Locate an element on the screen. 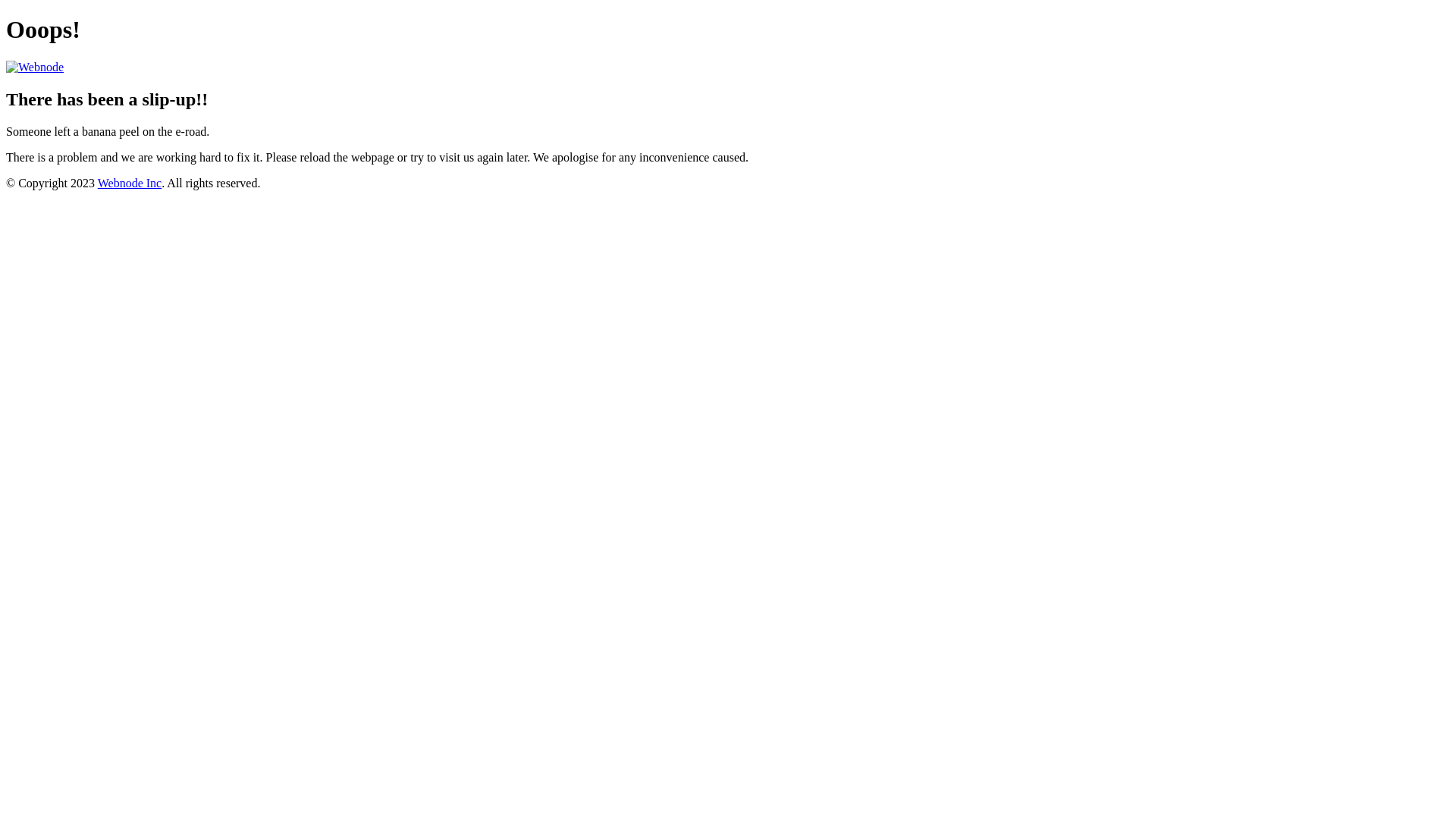  'Webnode Inc' is located at coordinates (130, 182).